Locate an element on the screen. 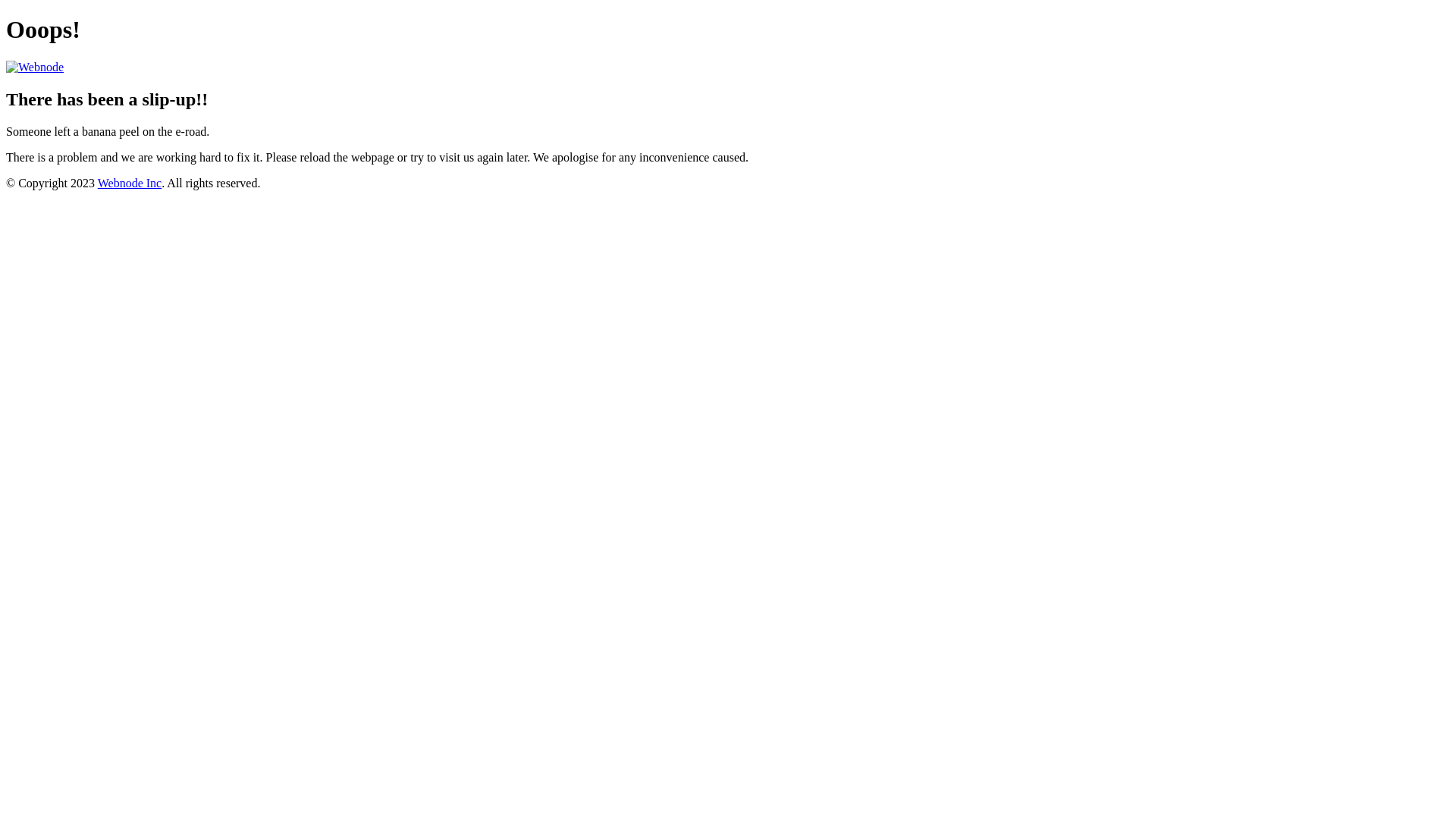  'Webnode Inc' is located at coordinates (130, 182).